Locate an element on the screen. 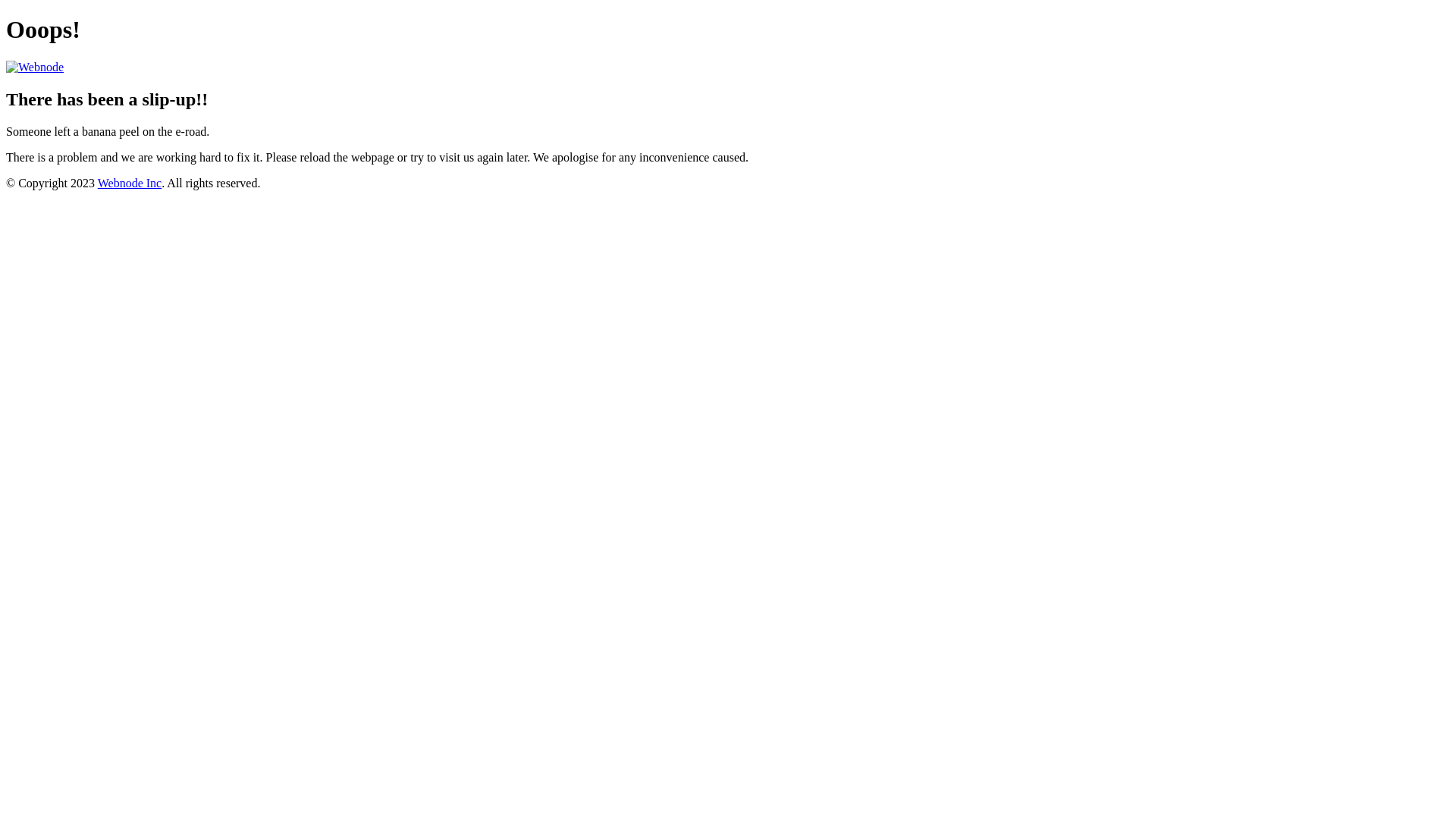  'Webnode Inc' is located at coordinates (130, 182).